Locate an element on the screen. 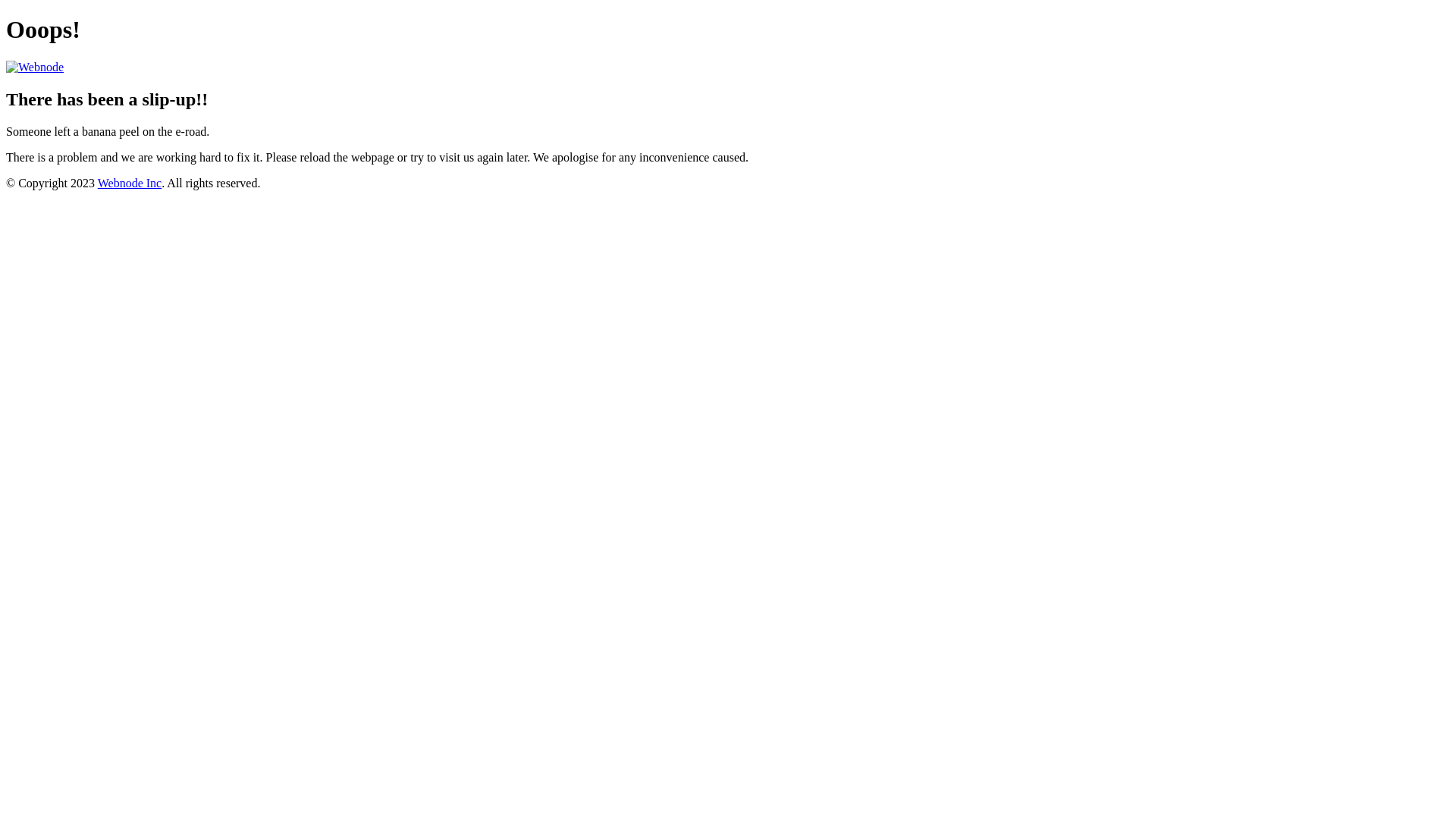  'Webnode Inc' is located at coordinates (130, 182).